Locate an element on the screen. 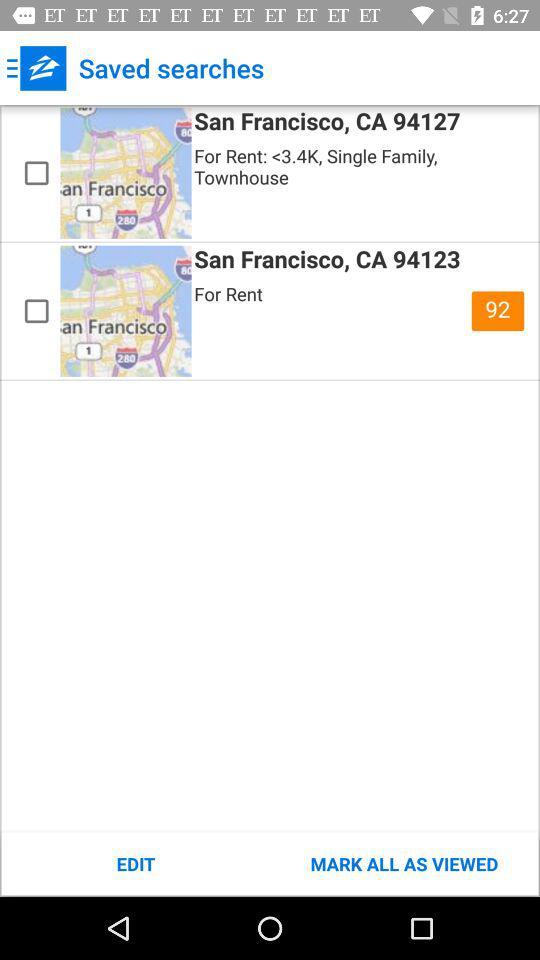 The height and width of the screenshot is (960, 540). the mark all as is located at coordinates (404, 863).